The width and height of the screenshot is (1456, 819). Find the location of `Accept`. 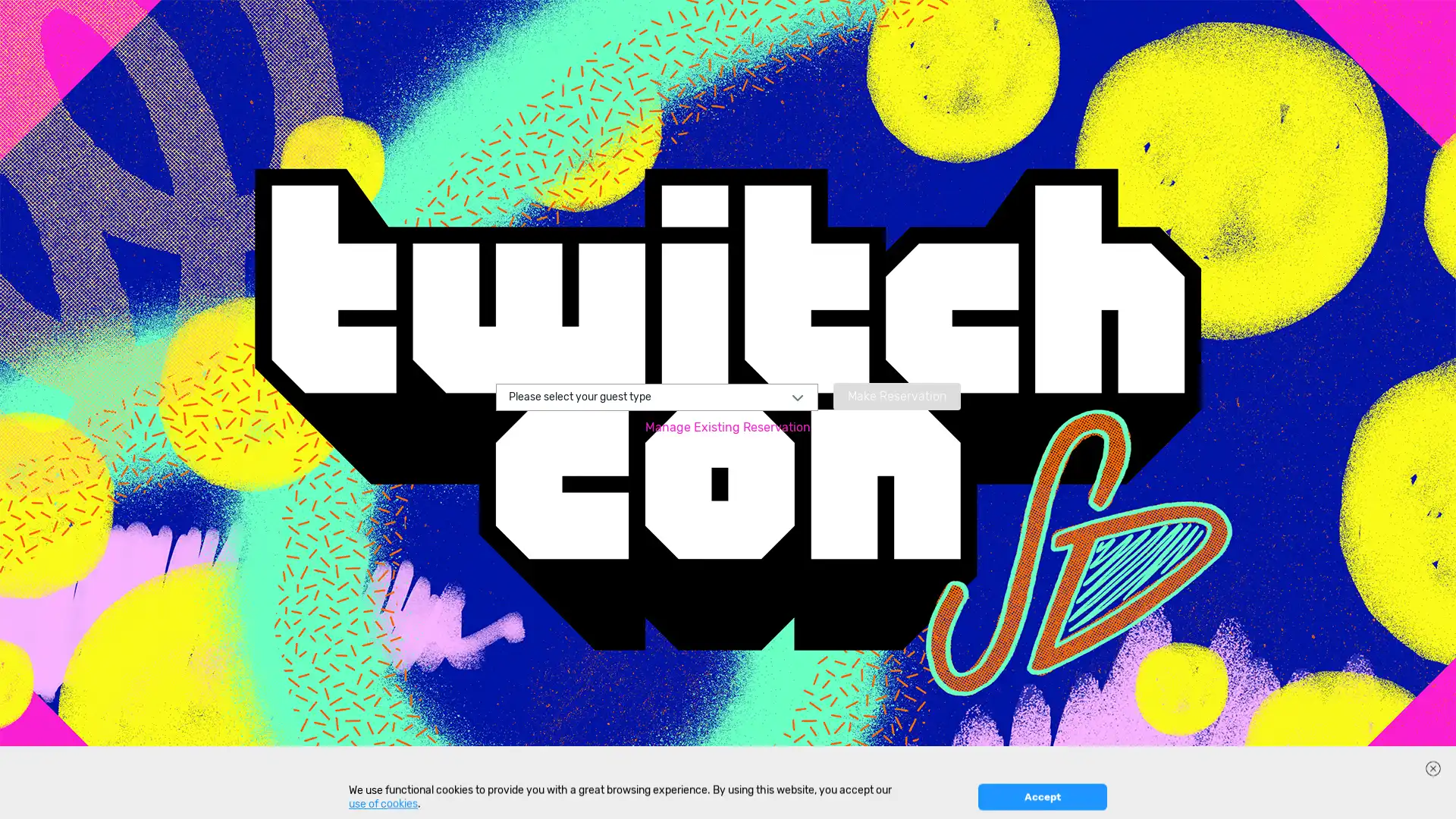

Accept is located at coordinates (1041, 796).